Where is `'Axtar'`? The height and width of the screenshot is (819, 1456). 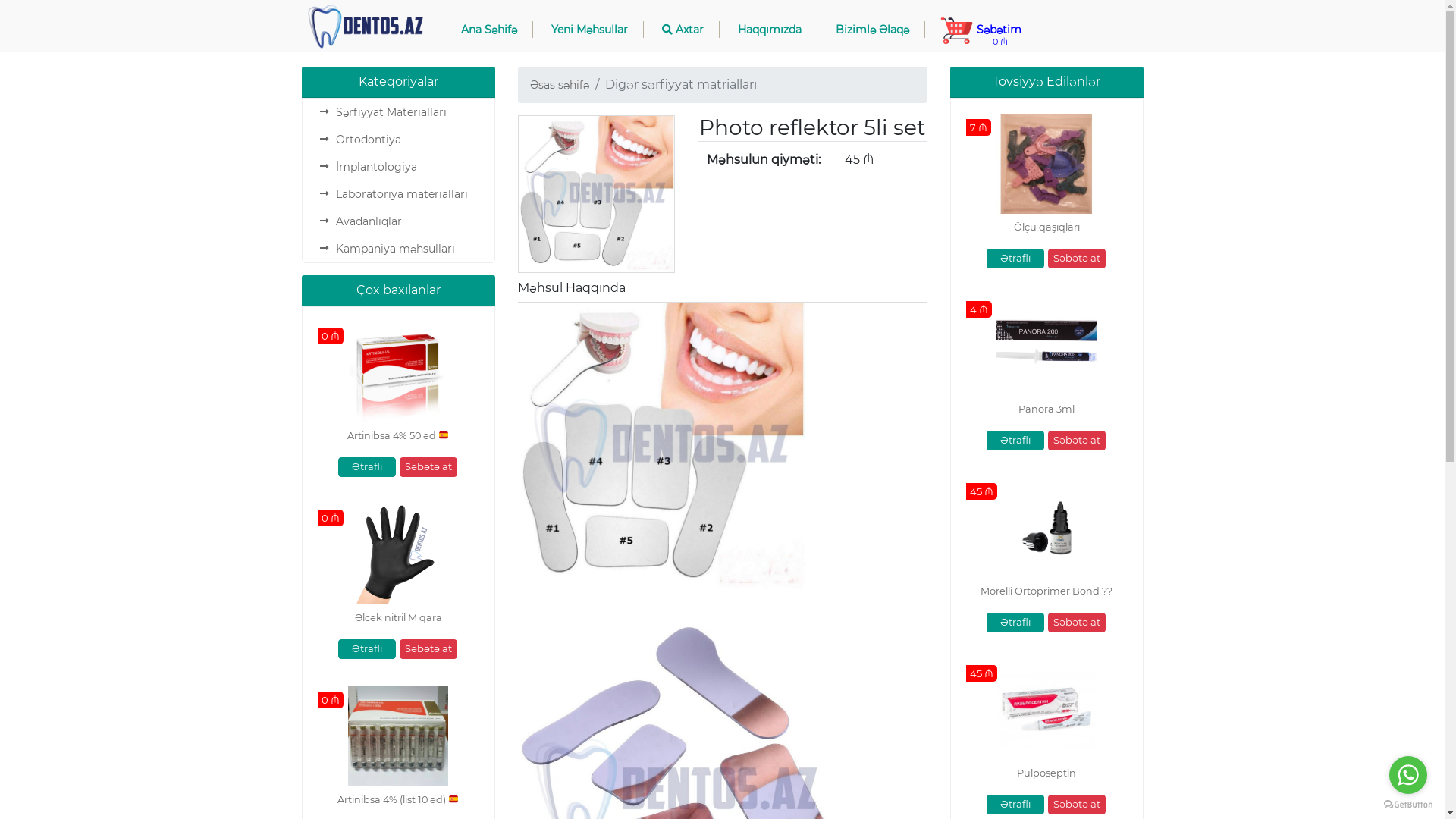
'Axtar' is located at coordinates (645, 29).